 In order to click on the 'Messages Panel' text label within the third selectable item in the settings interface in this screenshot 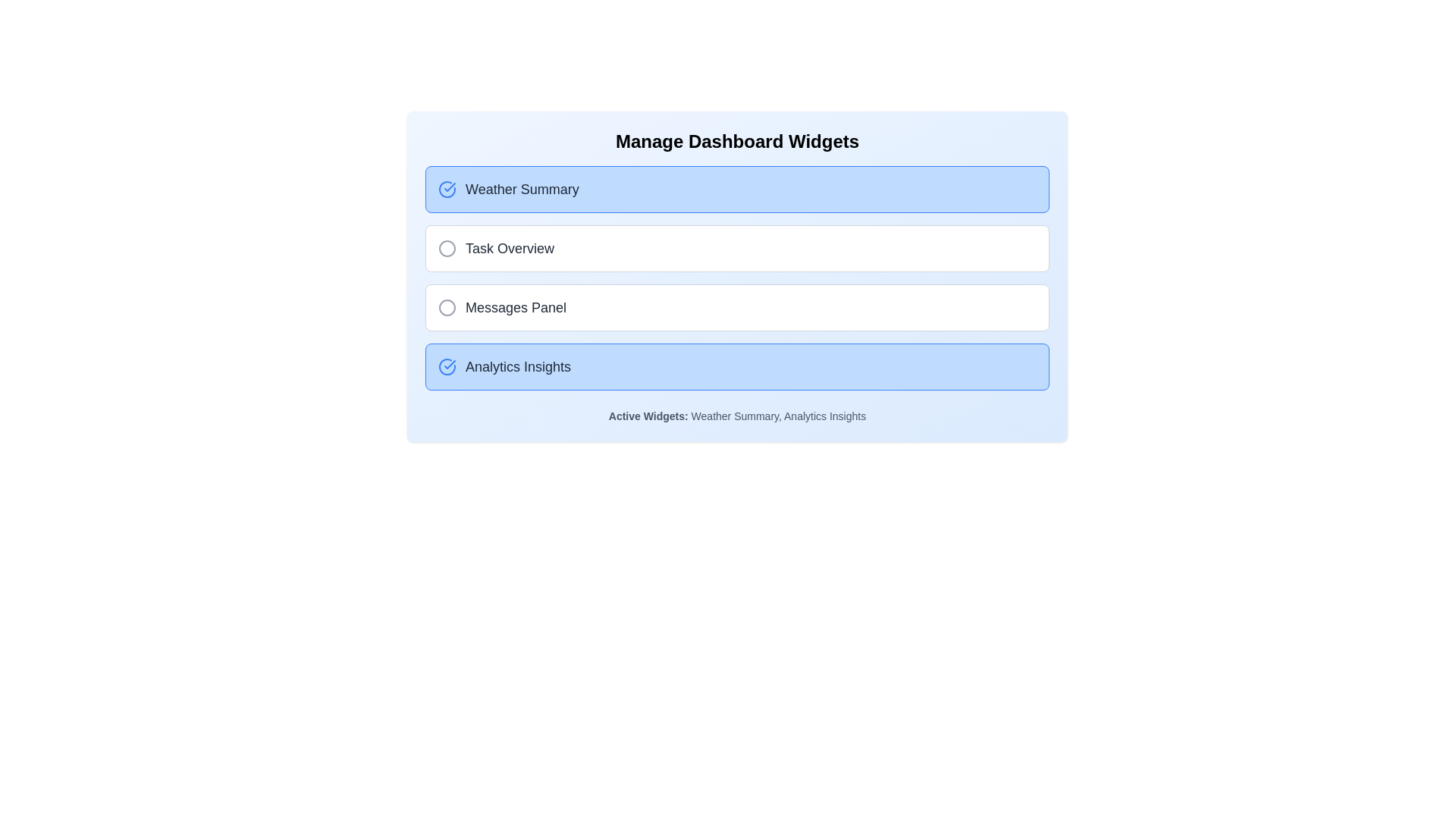, I will do `click(516, 307)`.